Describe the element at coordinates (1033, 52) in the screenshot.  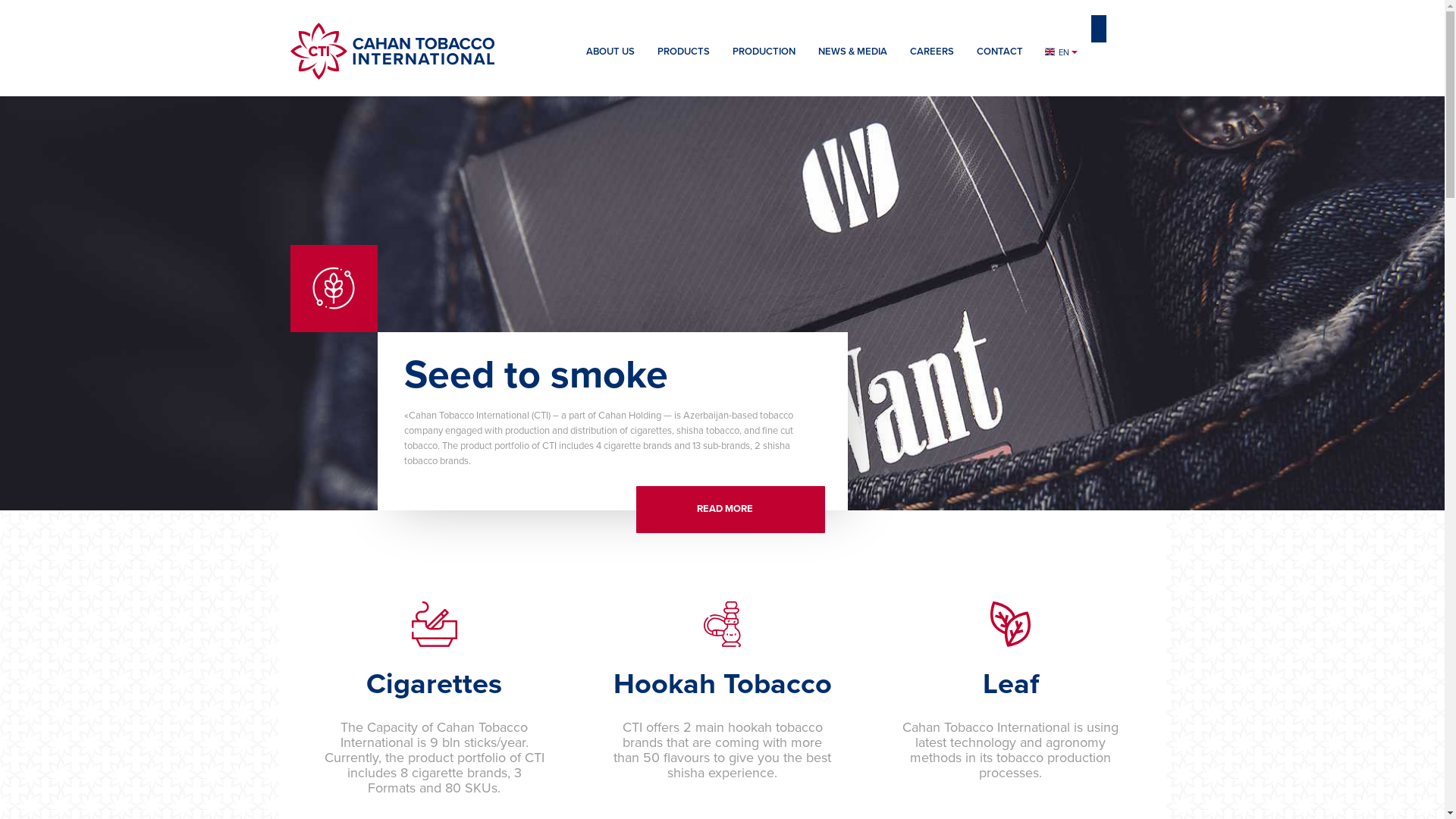
I see `'EN'` at that location.